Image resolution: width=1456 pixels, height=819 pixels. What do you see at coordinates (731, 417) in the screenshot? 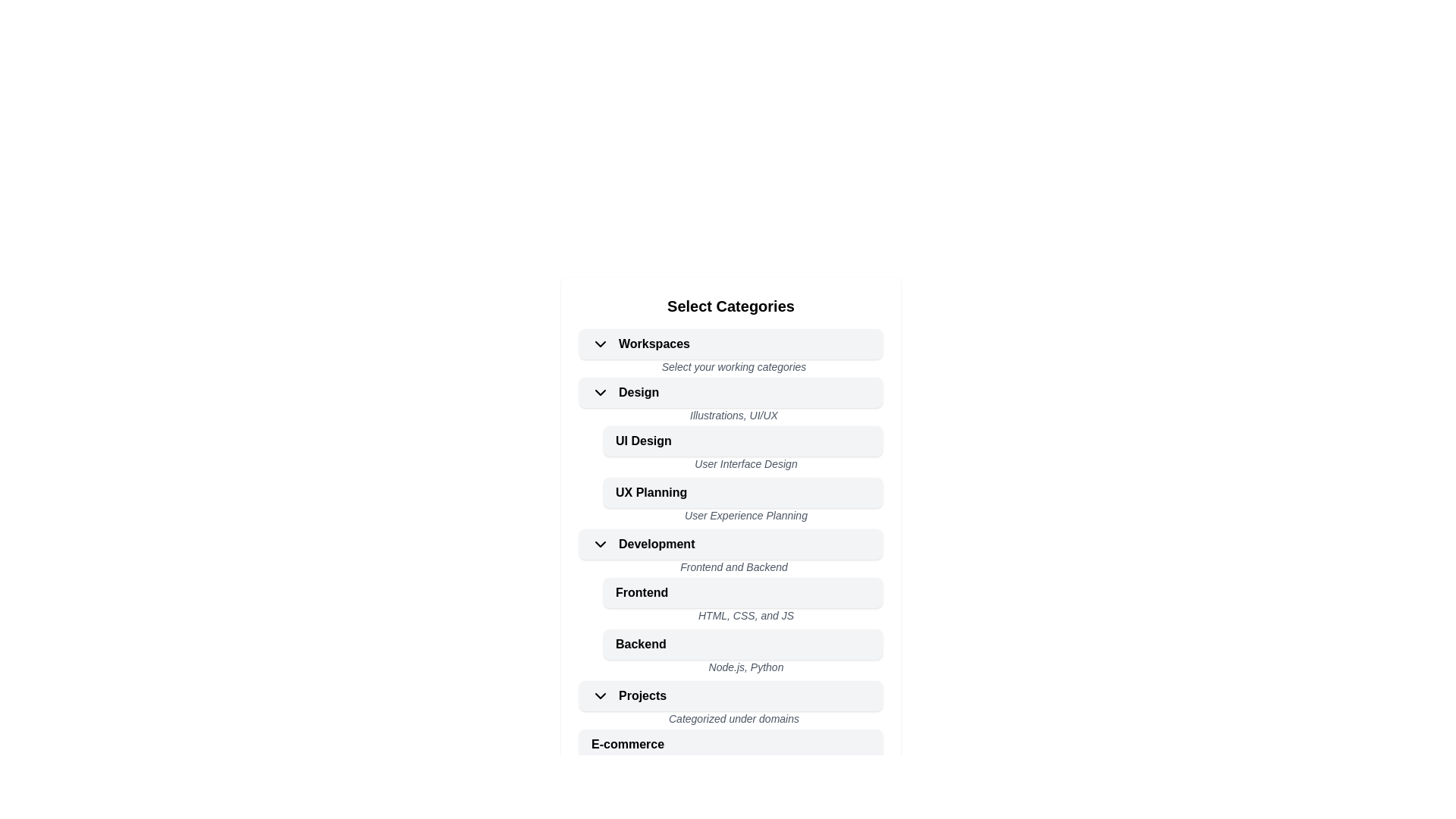
I see `the Text Label that provides clarification for the 'Design' category, located in the center of the content area, directly below the title section` at bounding box center [731, 417].